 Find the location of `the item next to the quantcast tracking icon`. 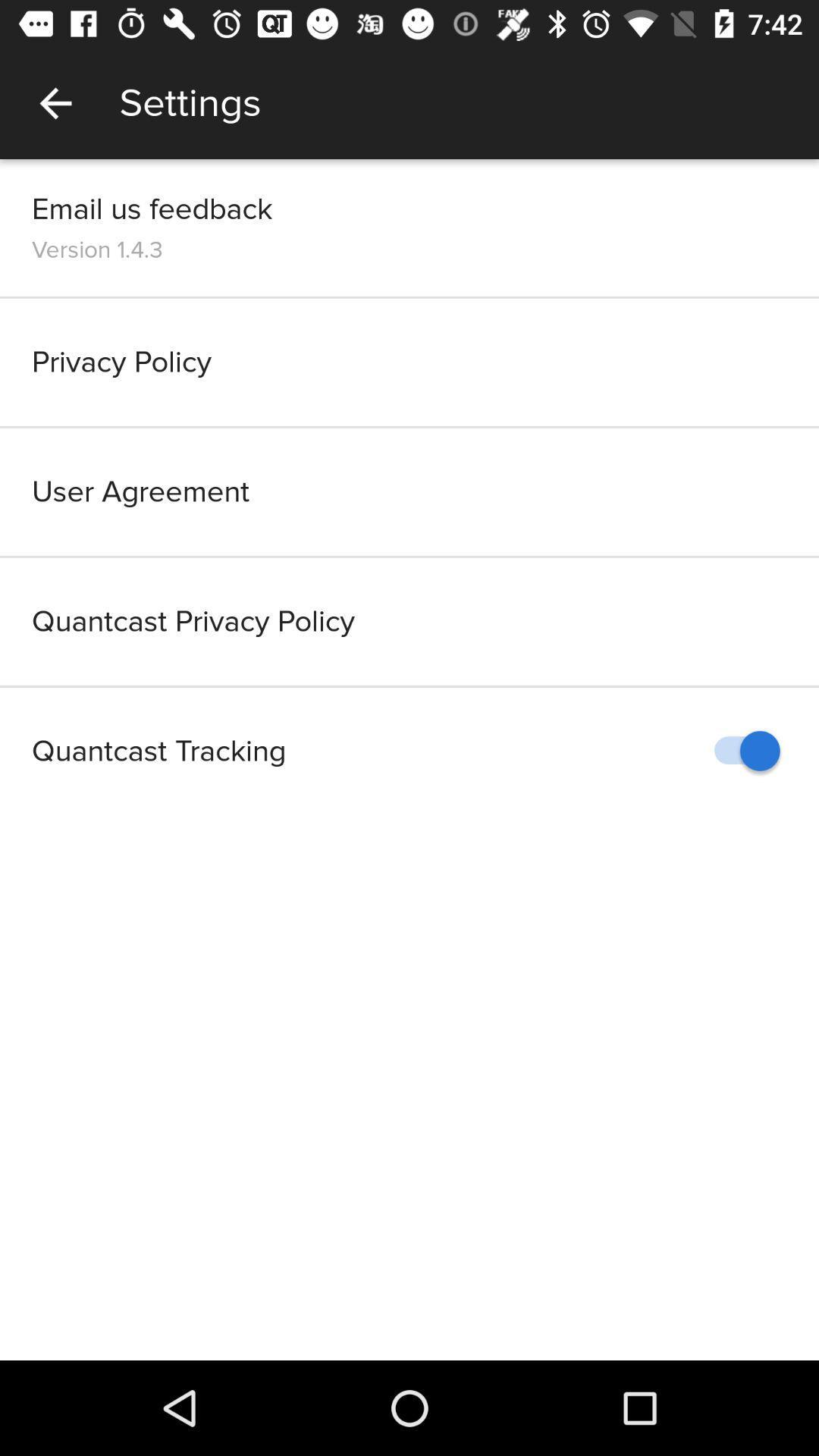

the item next to the quantcast tracking icon is located at coordinates (739, 751).